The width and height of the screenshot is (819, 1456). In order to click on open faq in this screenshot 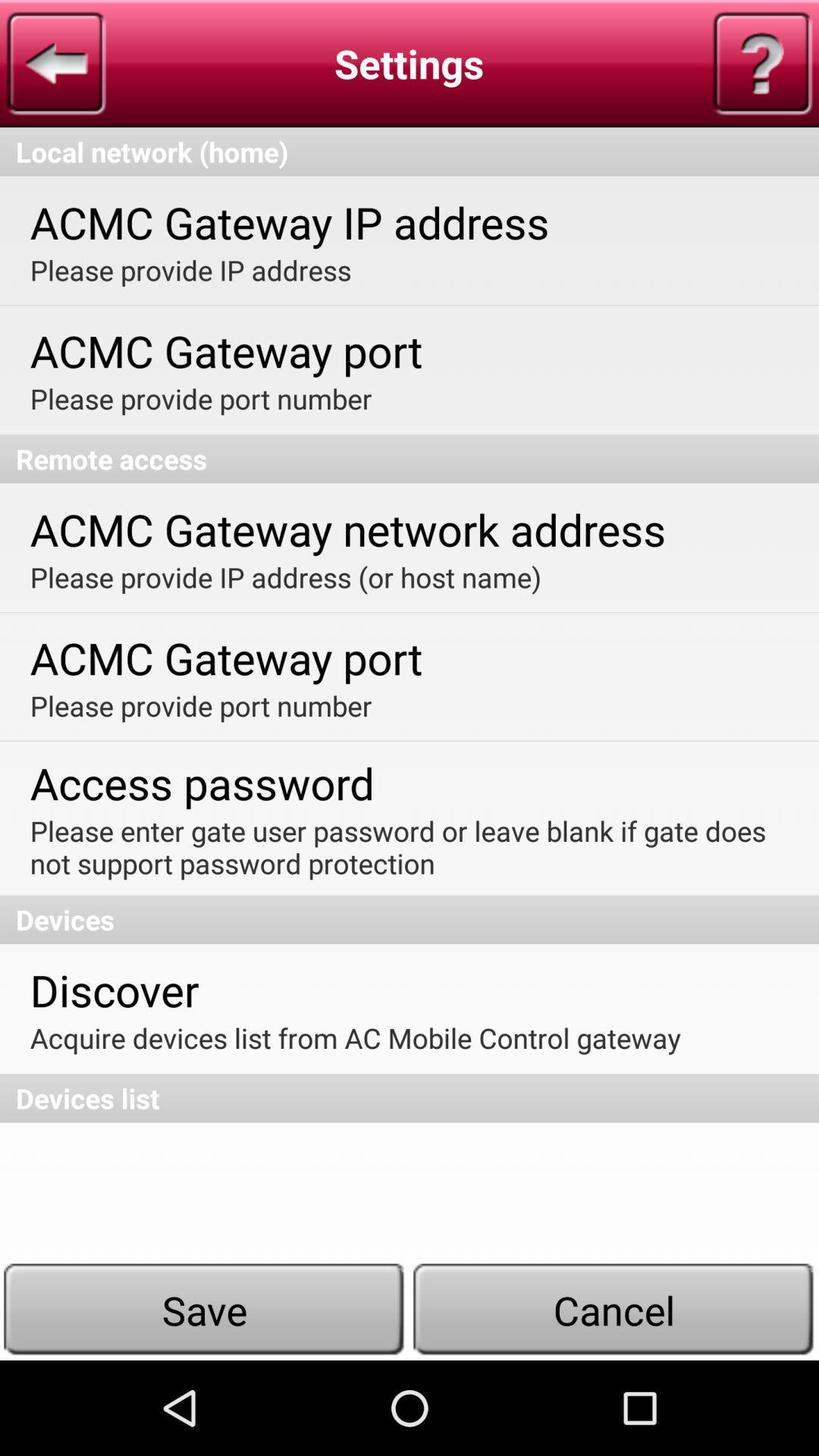, I will do `click(762, 62)`.